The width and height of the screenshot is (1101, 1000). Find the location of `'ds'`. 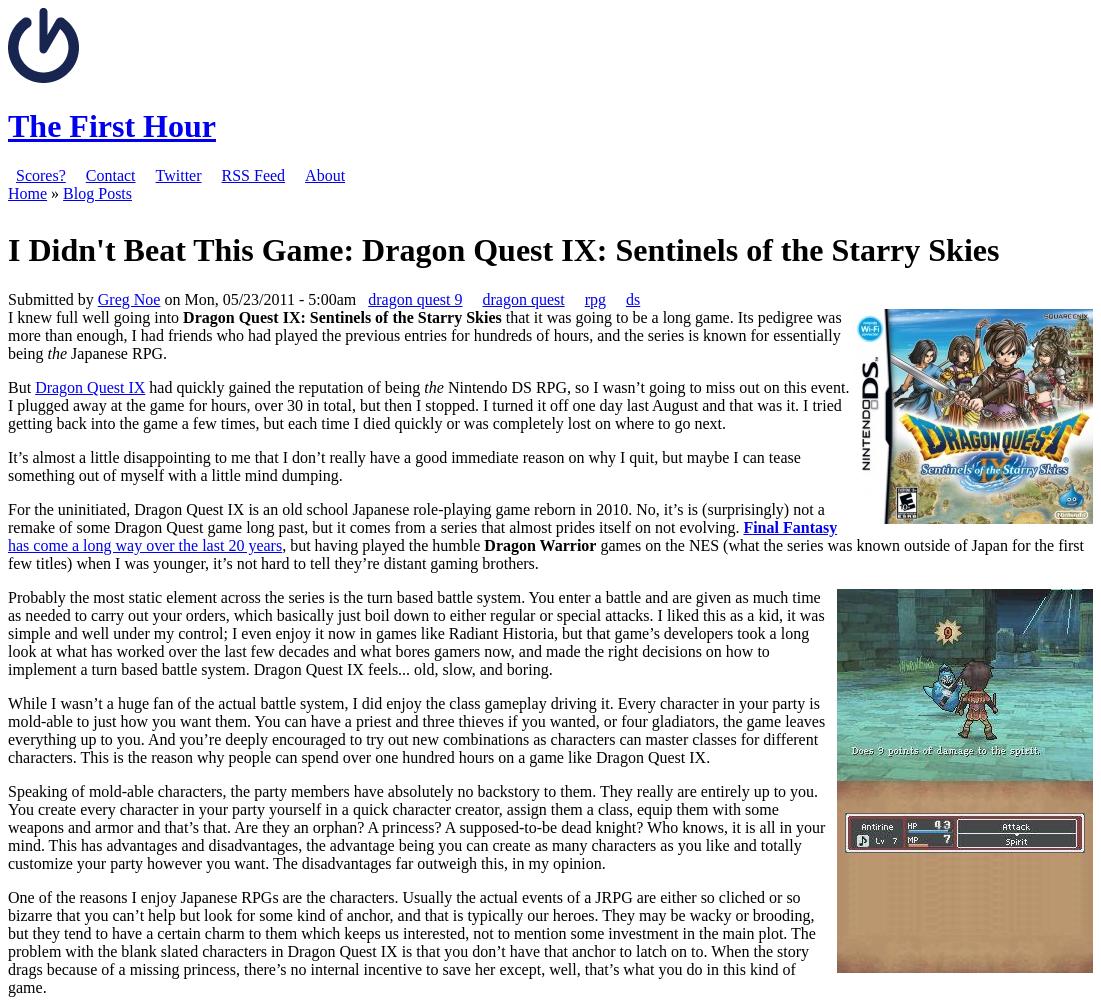

'ds' is located at coordinates (631, 298).